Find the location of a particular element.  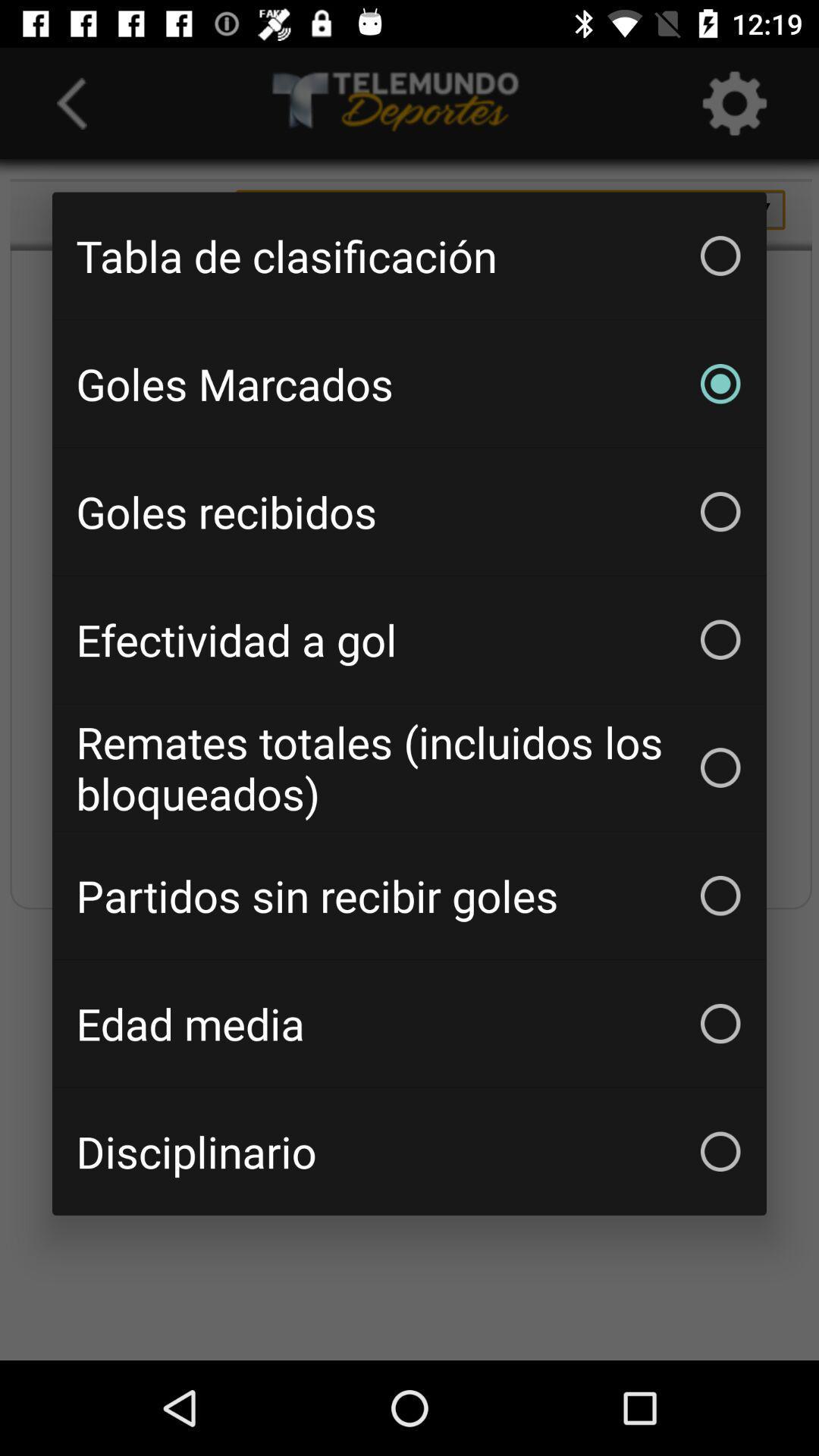

the item below the edad media icon is located at coordinates (409, 1151).